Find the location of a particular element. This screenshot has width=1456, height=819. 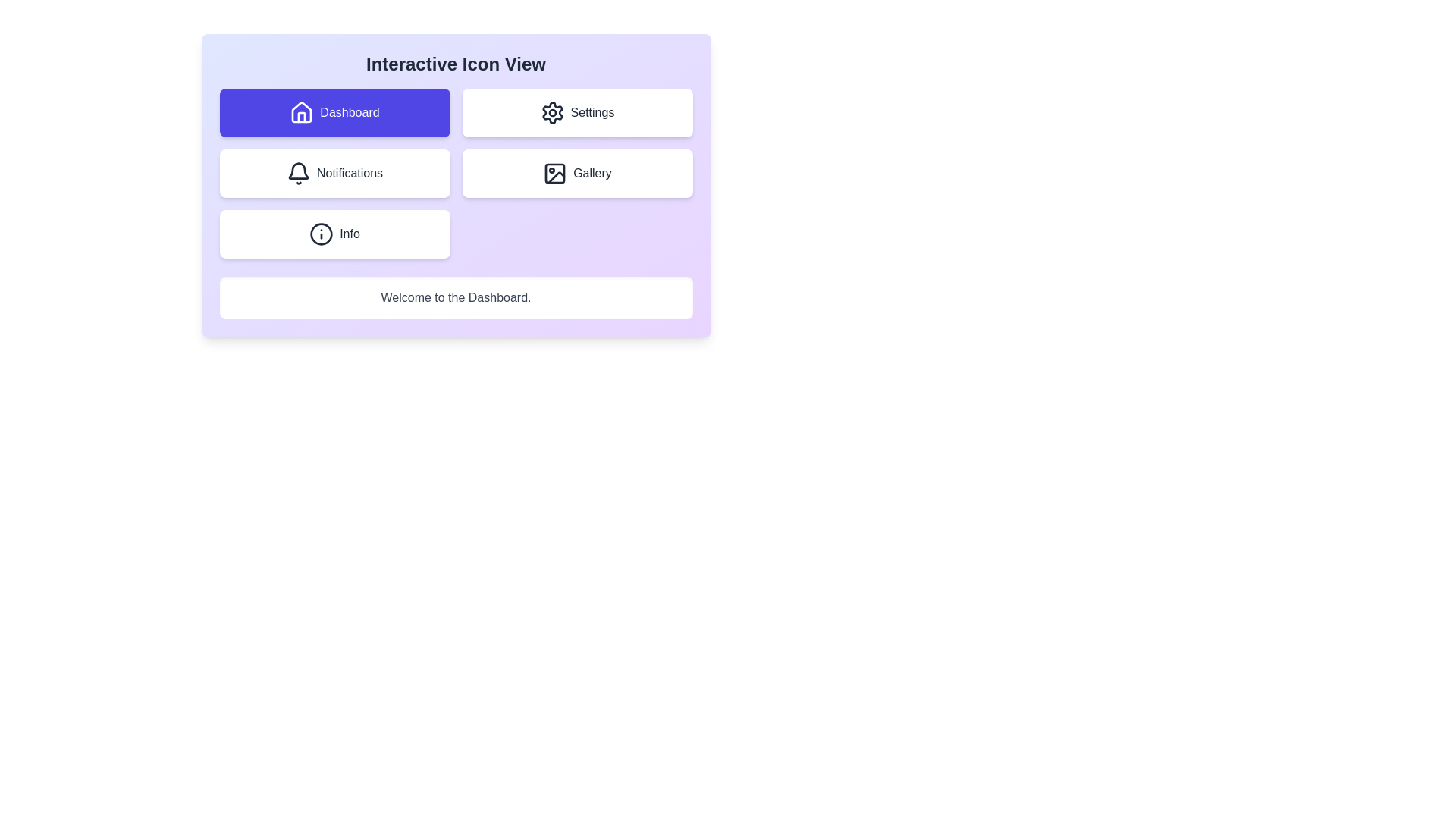

the 'Info' text label which is styled with a medium font weight and located in the lower-left section of the interface, next to an information icon is located at coordinates (349, 234).